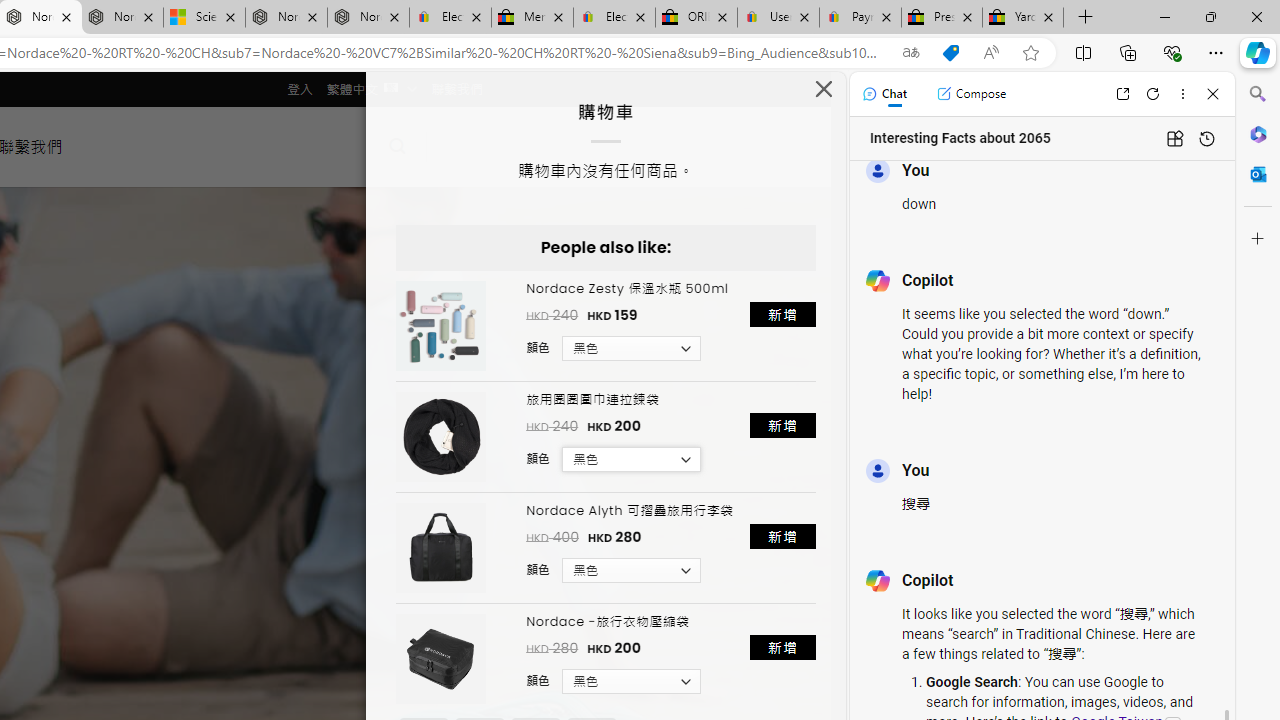  Describe the element at coordinates (860, 17) in the screenshot. I see `'Payments Terms of Use | eBay.com'` at that location.